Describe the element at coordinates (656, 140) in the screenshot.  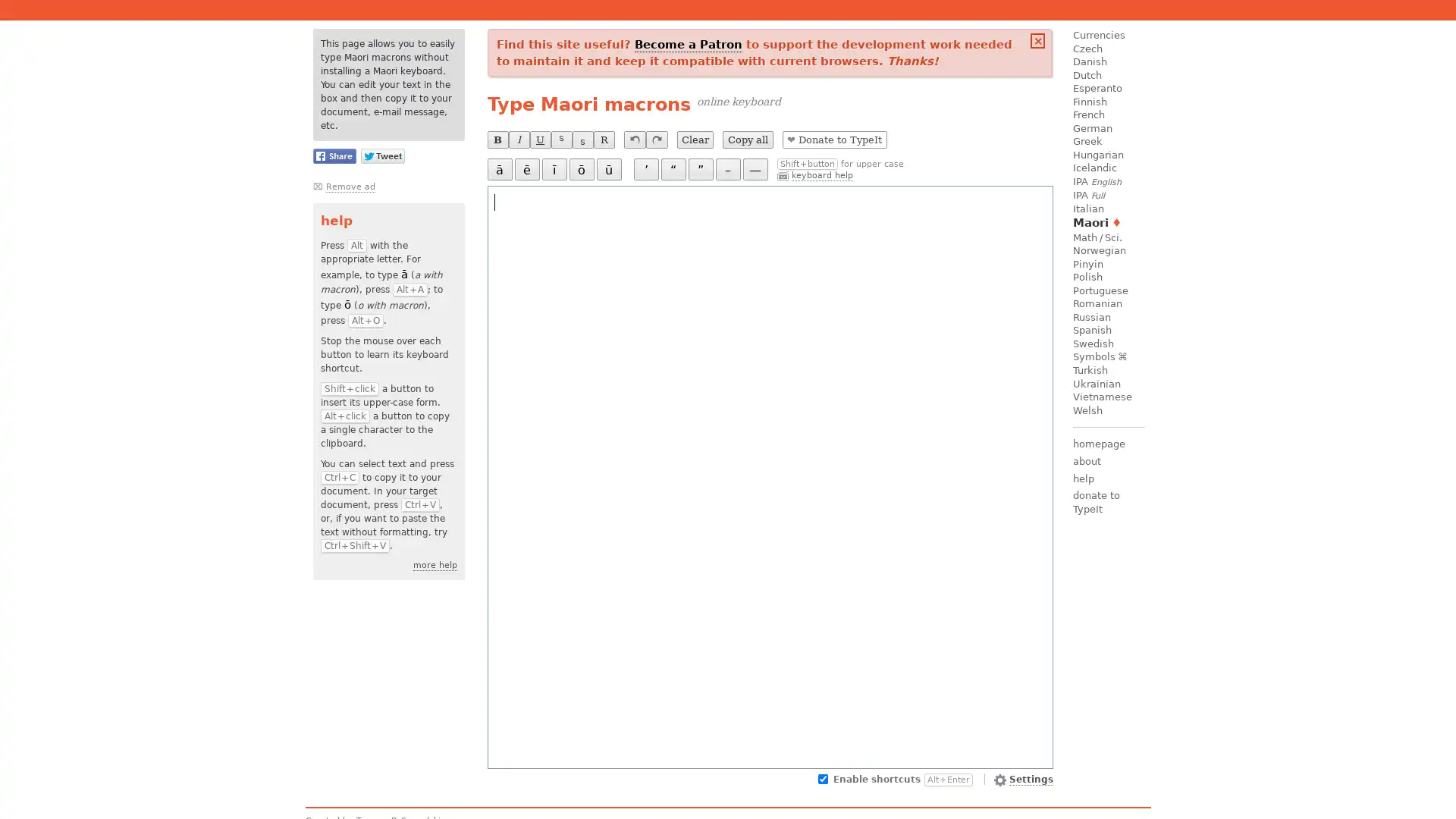
I see `redo last undone operation (Ctrl+Y)` at that location.